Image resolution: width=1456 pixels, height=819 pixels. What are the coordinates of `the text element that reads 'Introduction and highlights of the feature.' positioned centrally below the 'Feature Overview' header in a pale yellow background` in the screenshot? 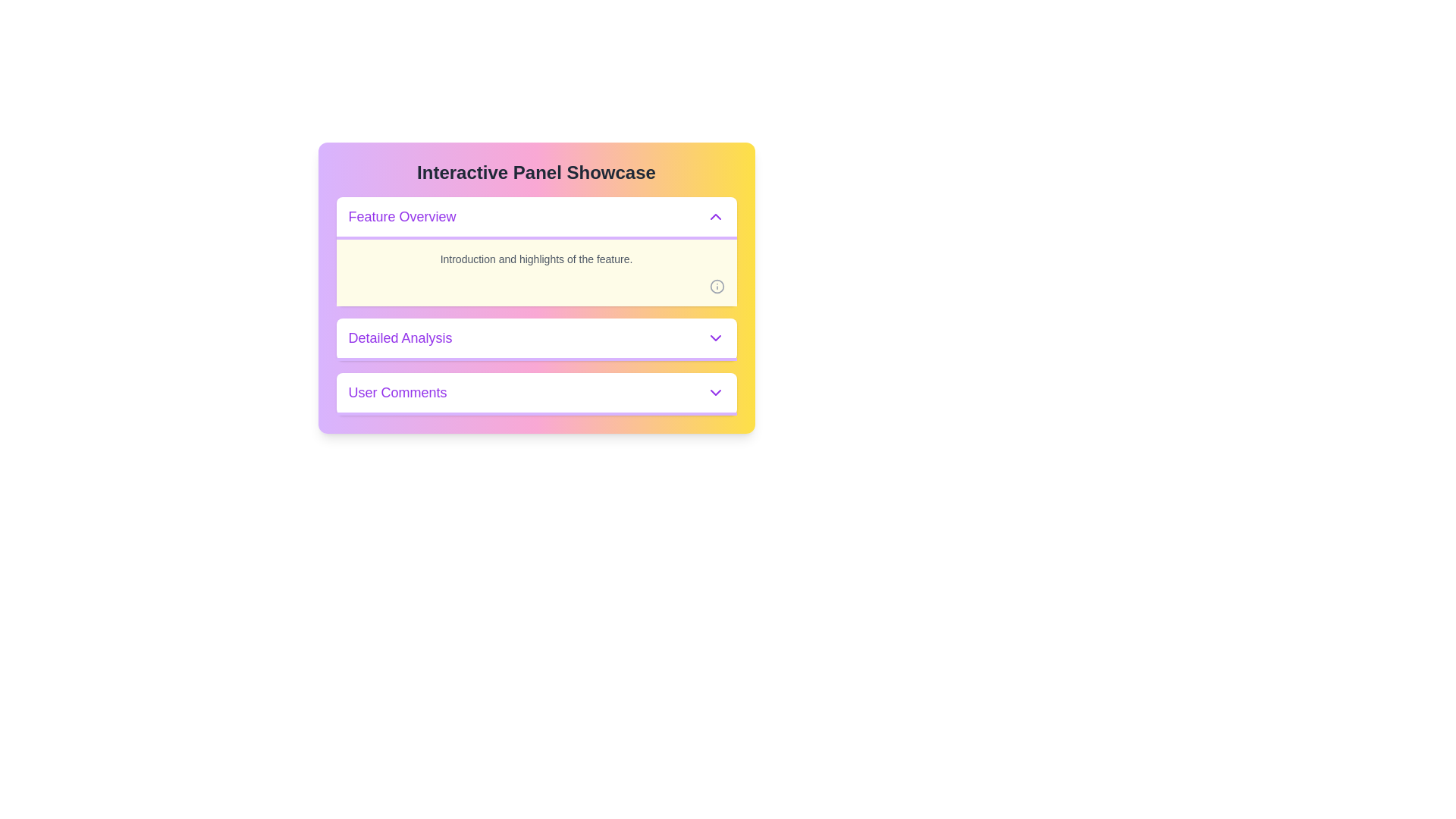 It's located at (536, 259).